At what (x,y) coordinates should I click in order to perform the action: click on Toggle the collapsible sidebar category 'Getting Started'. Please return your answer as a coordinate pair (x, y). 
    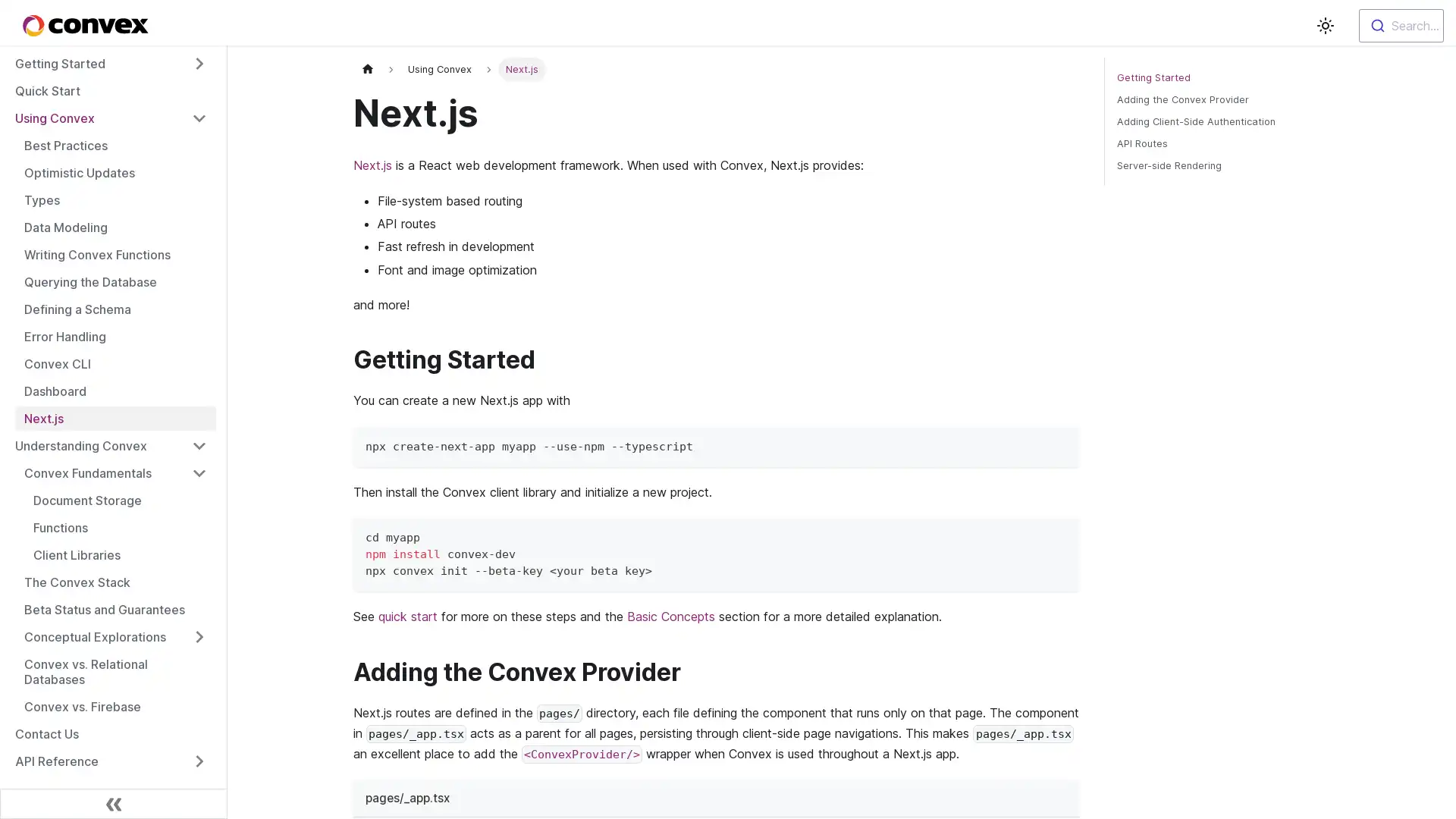
    Looking at the image, I should click on (199, 63).